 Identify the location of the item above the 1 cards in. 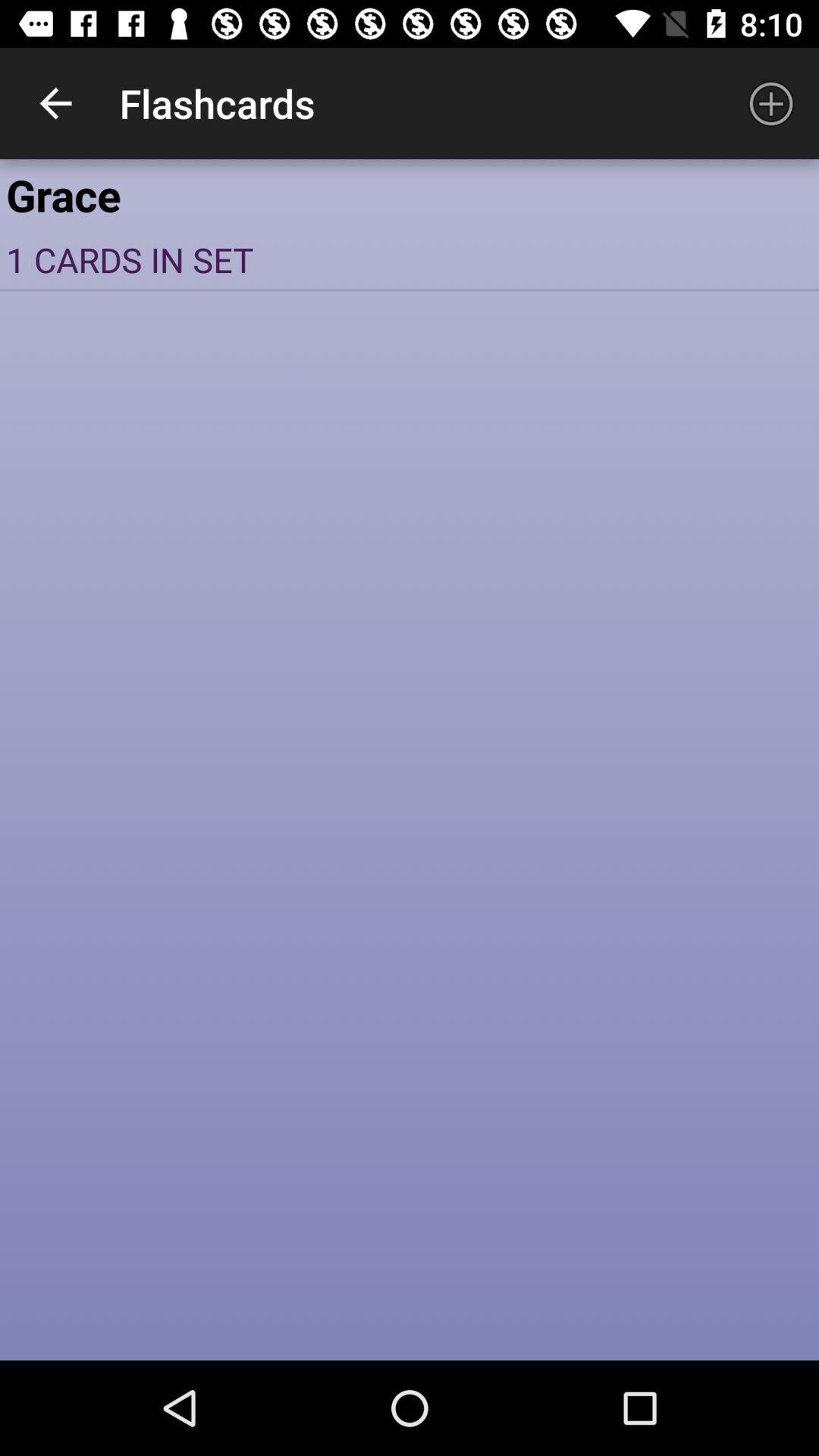
(409, 193).